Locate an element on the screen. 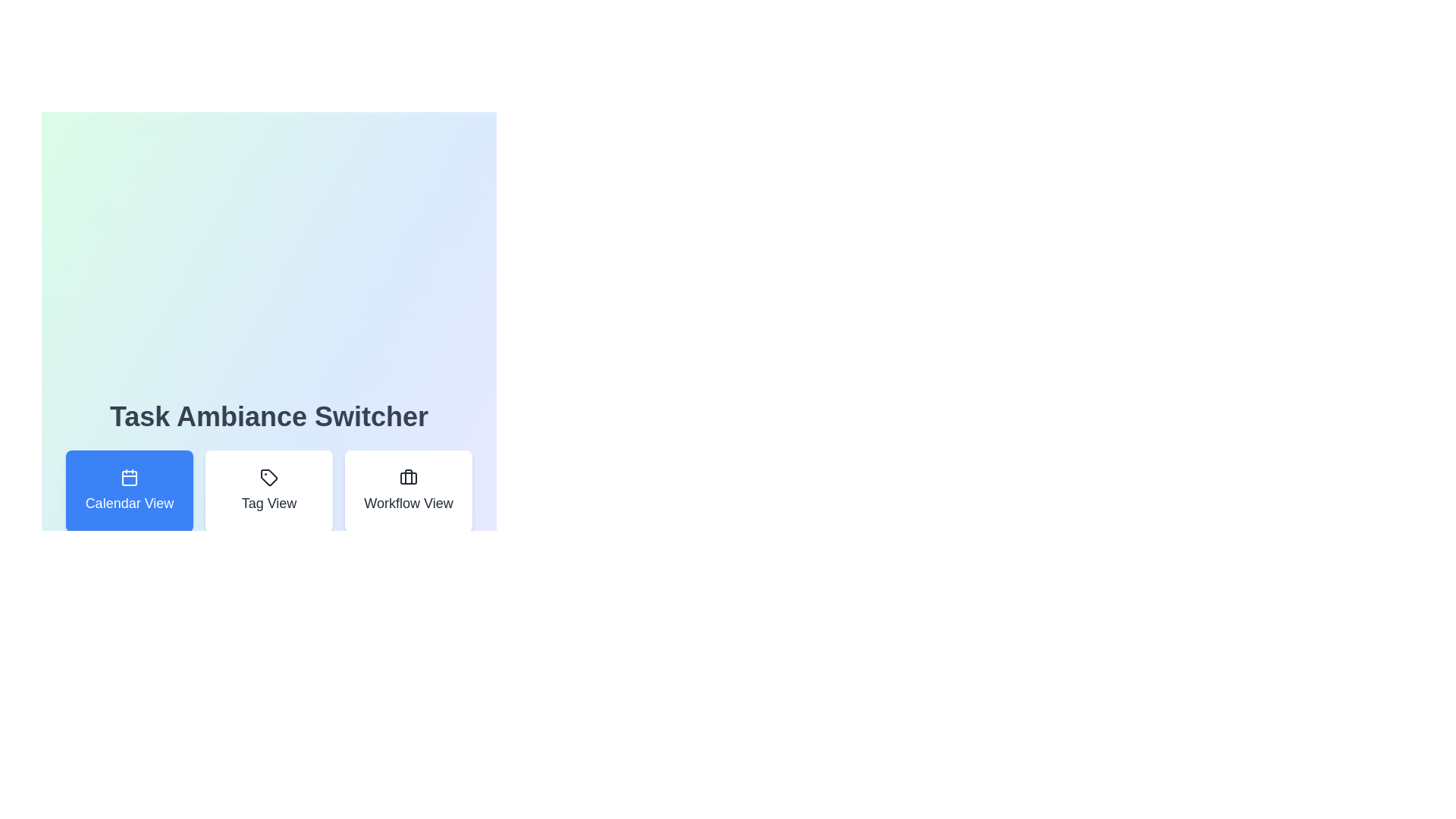 This screenshot has width=1456, height=819. the design details of the rectangular graphical component within the calendar icon located in the 'Calendar View' button, which is the first button in the horizontal row under 'Task Ambiance Switcher.' is located at coordinates (130, 479).